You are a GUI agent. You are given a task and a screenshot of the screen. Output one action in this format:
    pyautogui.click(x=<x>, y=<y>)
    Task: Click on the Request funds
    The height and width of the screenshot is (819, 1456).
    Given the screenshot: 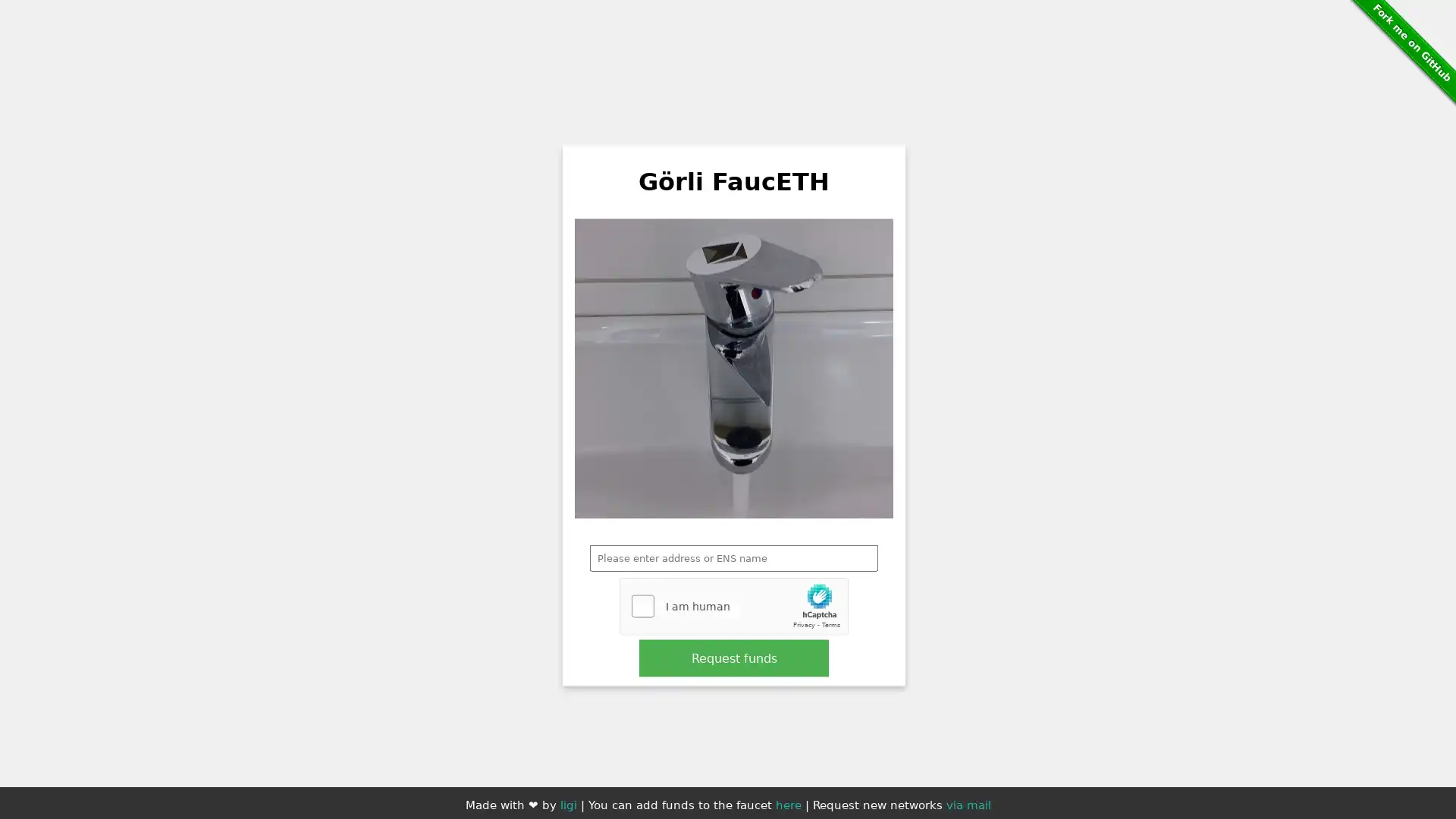 What is the action you would take?
    pyautogui.click(x=734, y=657)
    